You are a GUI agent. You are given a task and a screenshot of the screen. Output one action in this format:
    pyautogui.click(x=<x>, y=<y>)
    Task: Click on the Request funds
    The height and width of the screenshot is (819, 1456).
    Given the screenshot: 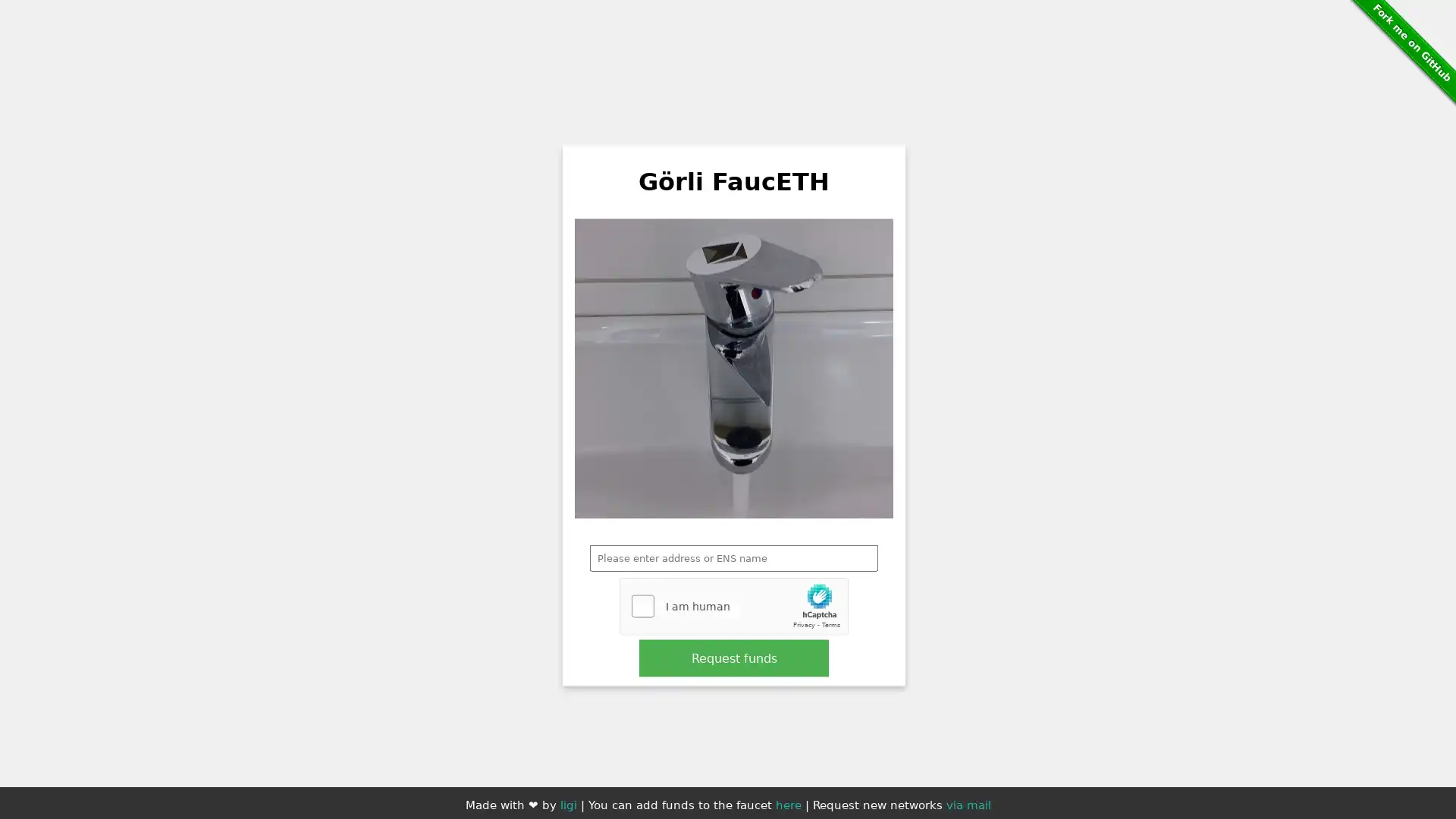 What is the action you would take?
    pyautogui.click(x=734, y=657)
    